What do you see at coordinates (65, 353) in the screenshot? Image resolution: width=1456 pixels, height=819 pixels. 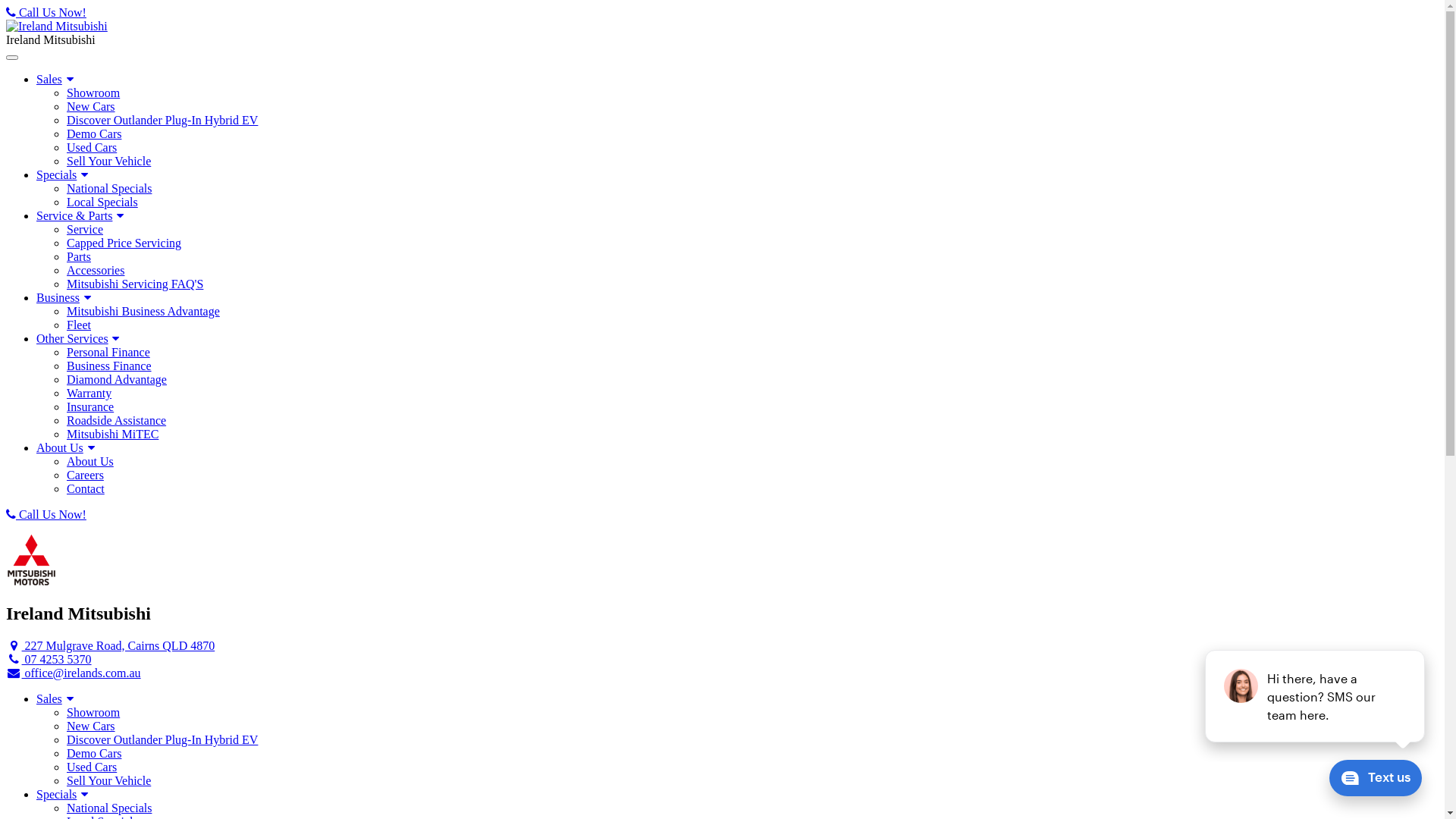 I see `'Personal Finance'` at bounding box center [65, 353].